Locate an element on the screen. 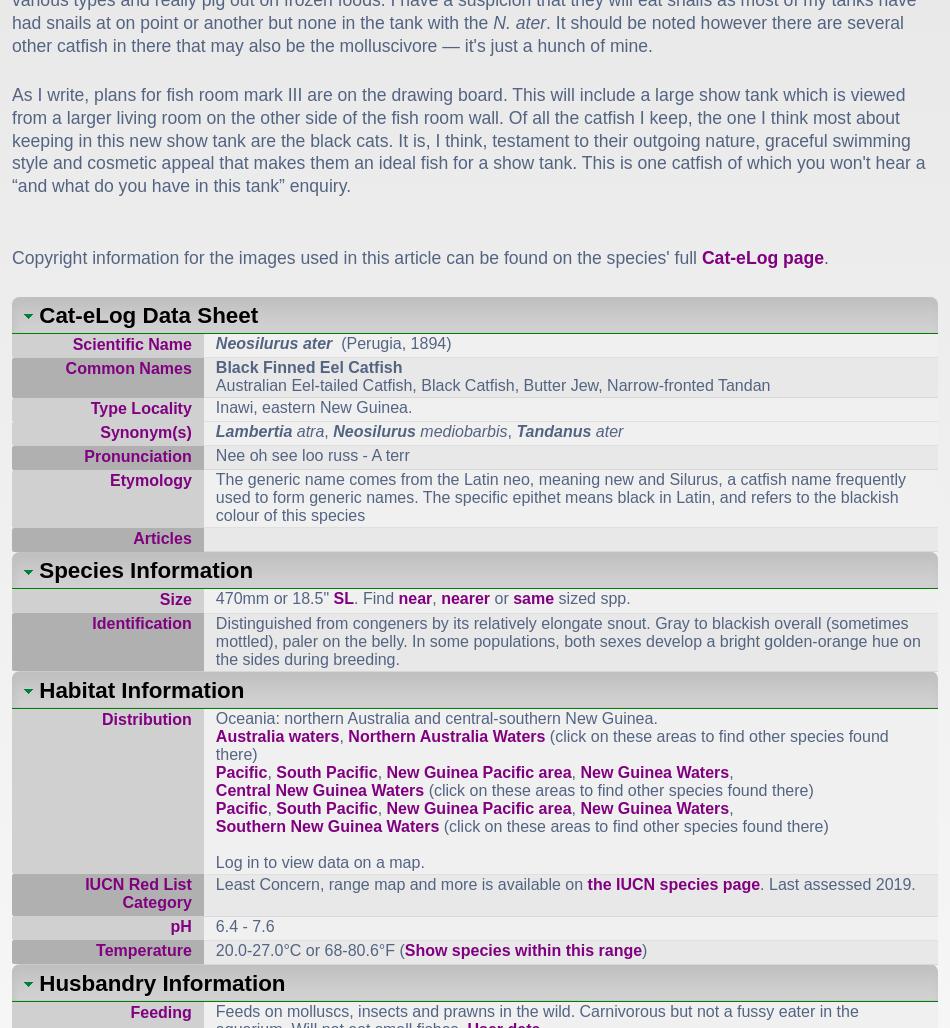 Image resolution: width=950 pixels, height=1028 pixels. 'Etymology' is located at coordinates (110, 478).